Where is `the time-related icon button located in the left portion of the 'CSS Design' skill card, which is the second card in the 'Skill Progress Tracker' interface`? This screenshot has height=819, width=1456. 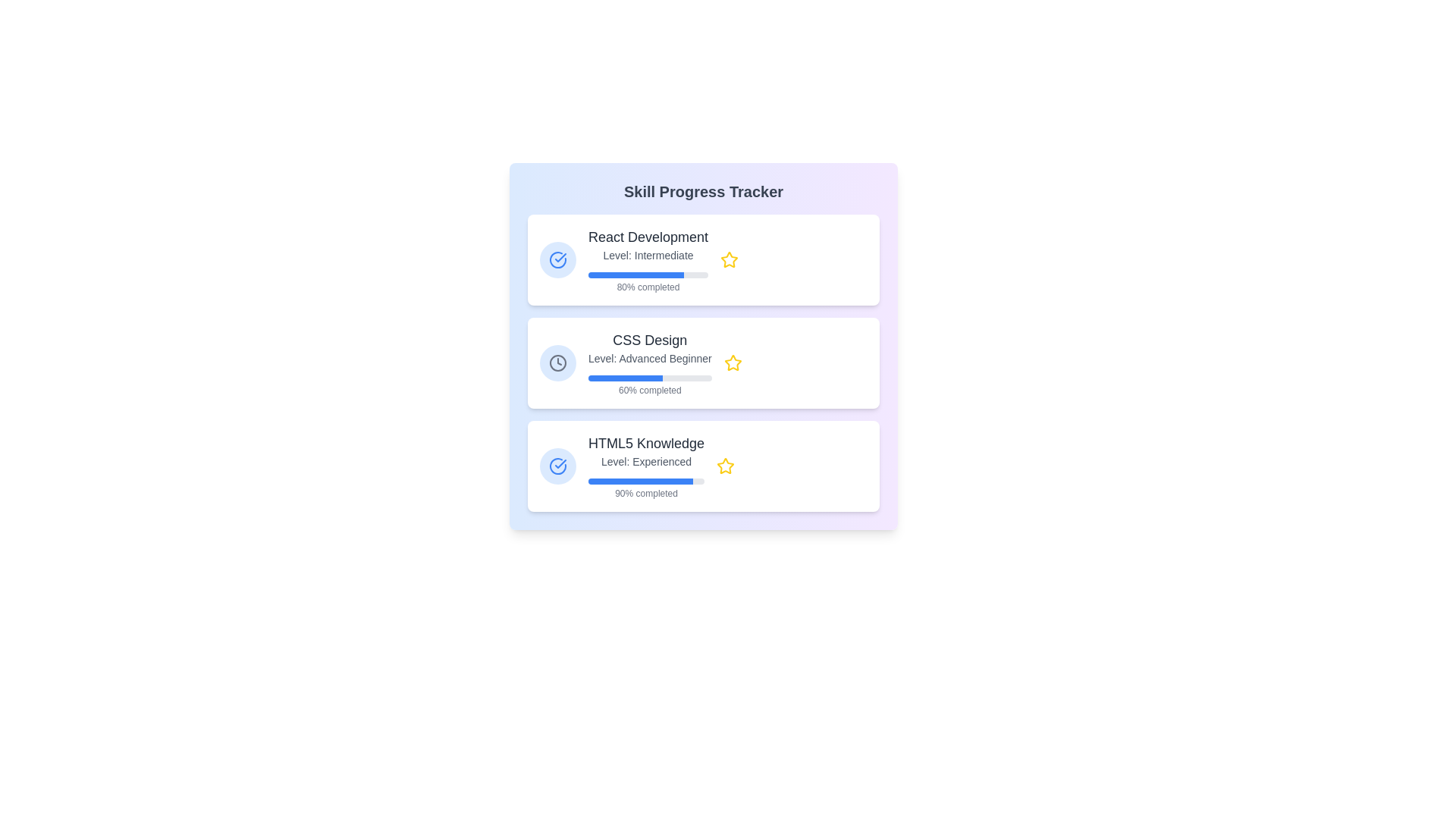 the time-related icon button located in the left portion of the 'CSS Design' skill card, which is the second card in the 'Skill Progress Tracker' interface is located at coordinates (557, 362).